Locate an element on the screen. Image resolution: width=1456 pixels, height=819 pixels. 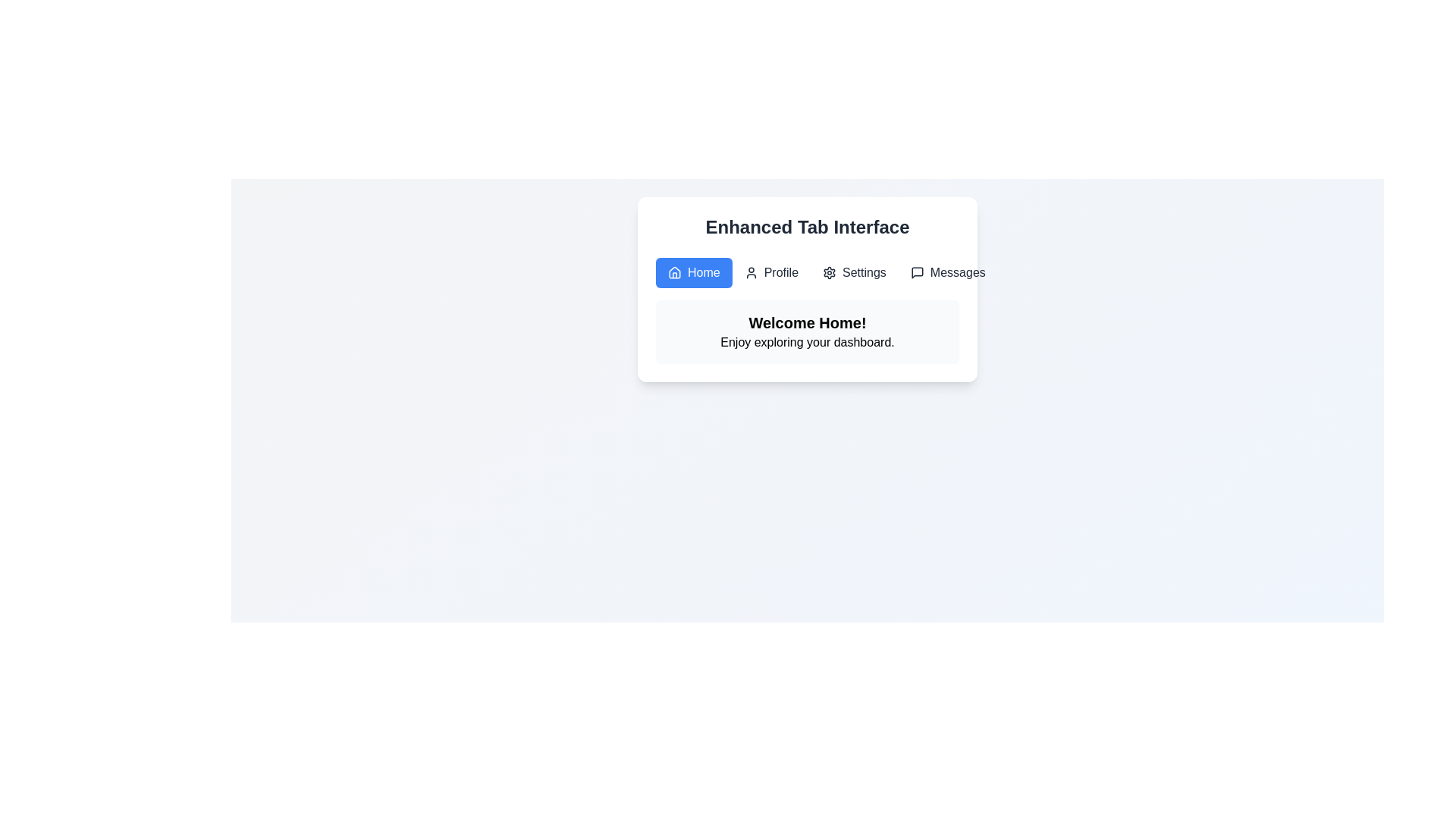
the settings icon in the navigation tab bar is located at coordinates (829, 271).